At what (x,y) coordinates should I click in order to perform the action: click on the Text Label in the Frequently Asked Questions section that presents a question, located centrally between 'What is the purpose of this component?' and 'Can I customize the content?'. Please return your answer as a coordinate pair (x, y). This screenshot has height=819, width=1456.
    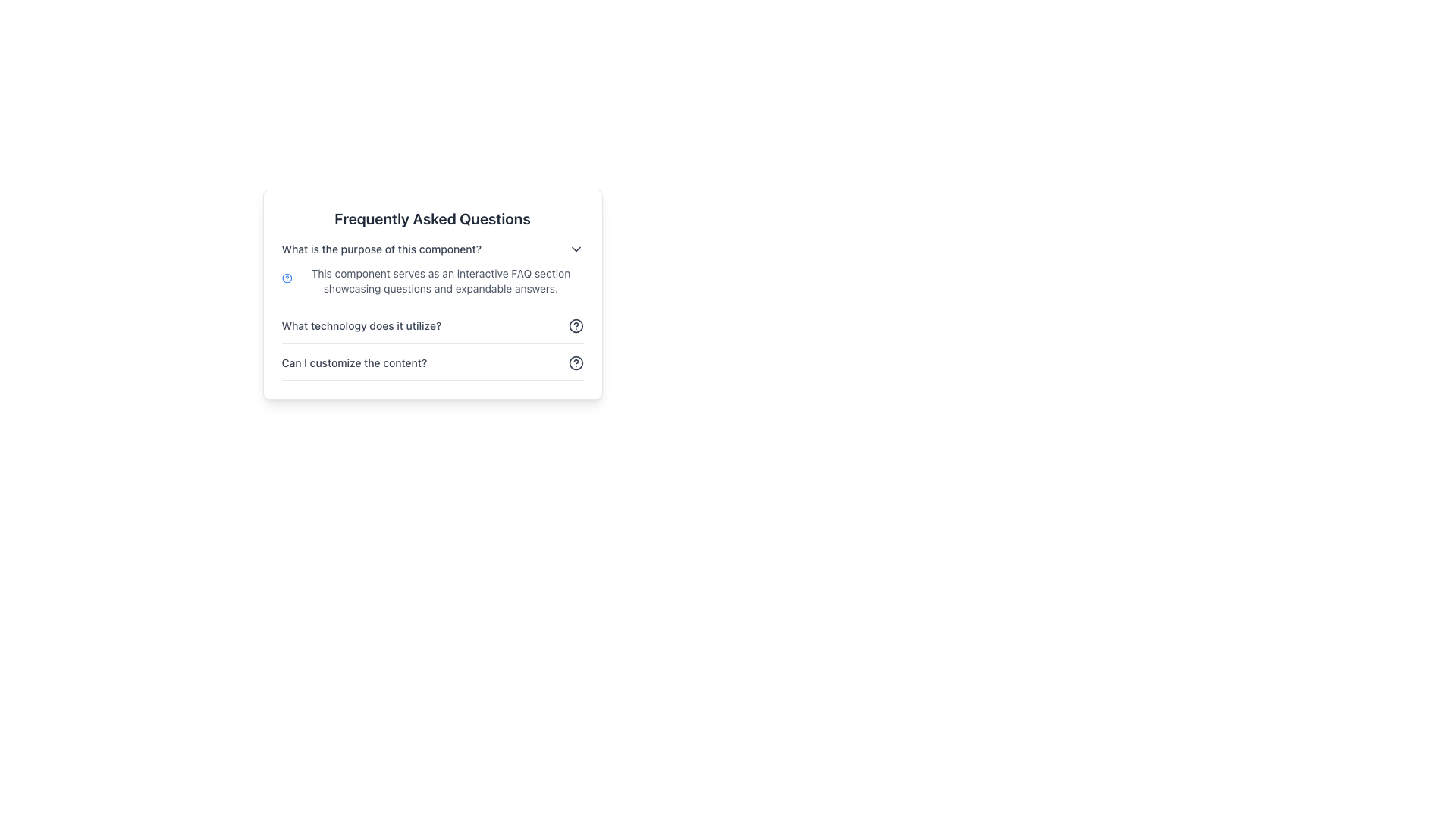
    Looking at the image, I should click on (360, 325).